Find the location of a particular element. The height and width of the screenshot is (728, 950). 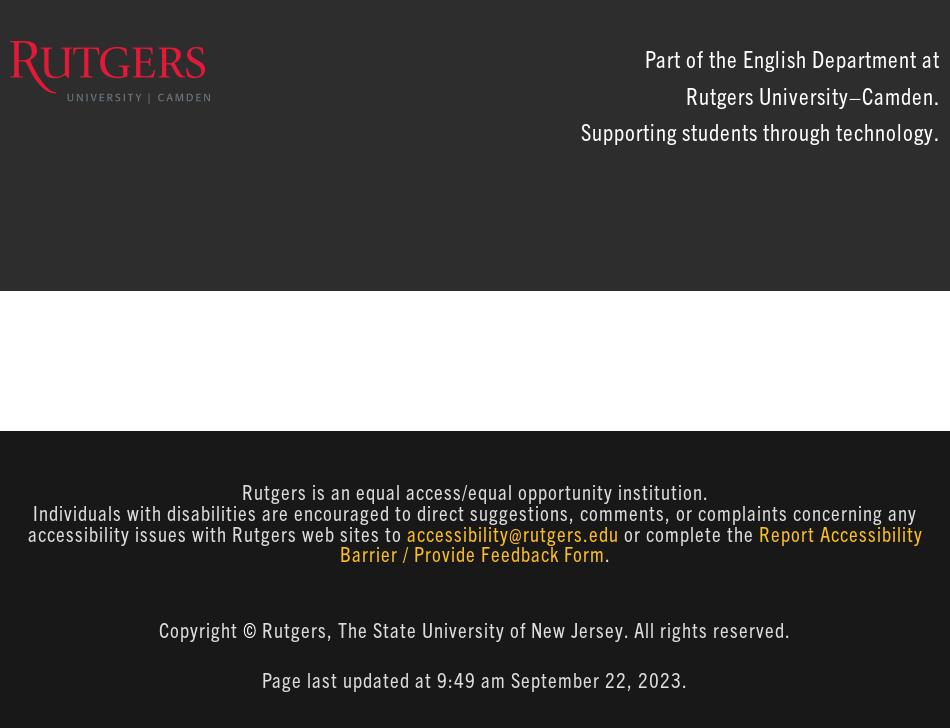

'Page last updated at' is located at coordinates (261, 679).